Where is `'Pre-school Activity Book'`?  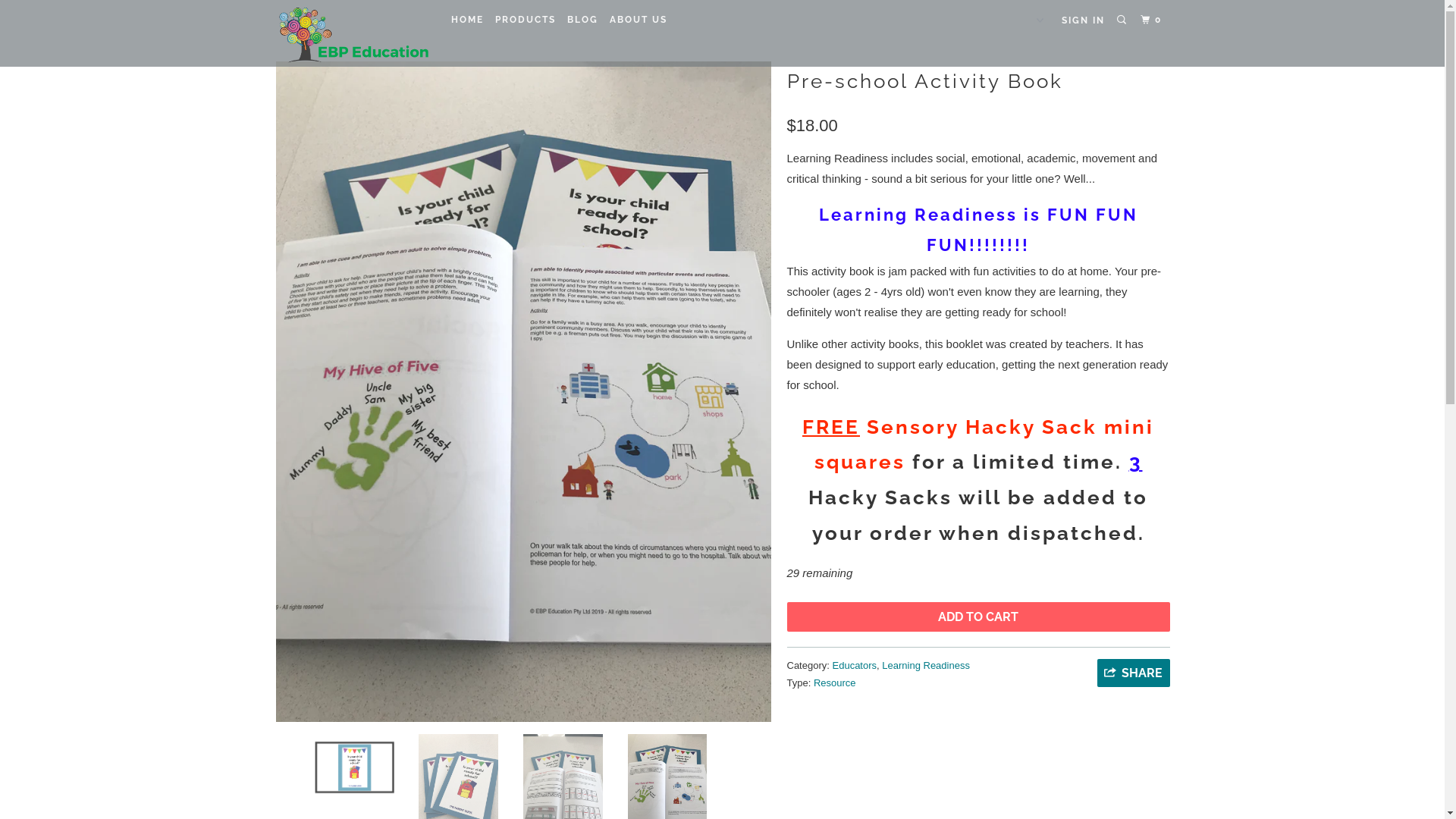
'Pre-school Activity Book' is located at coordinates (522, 391).